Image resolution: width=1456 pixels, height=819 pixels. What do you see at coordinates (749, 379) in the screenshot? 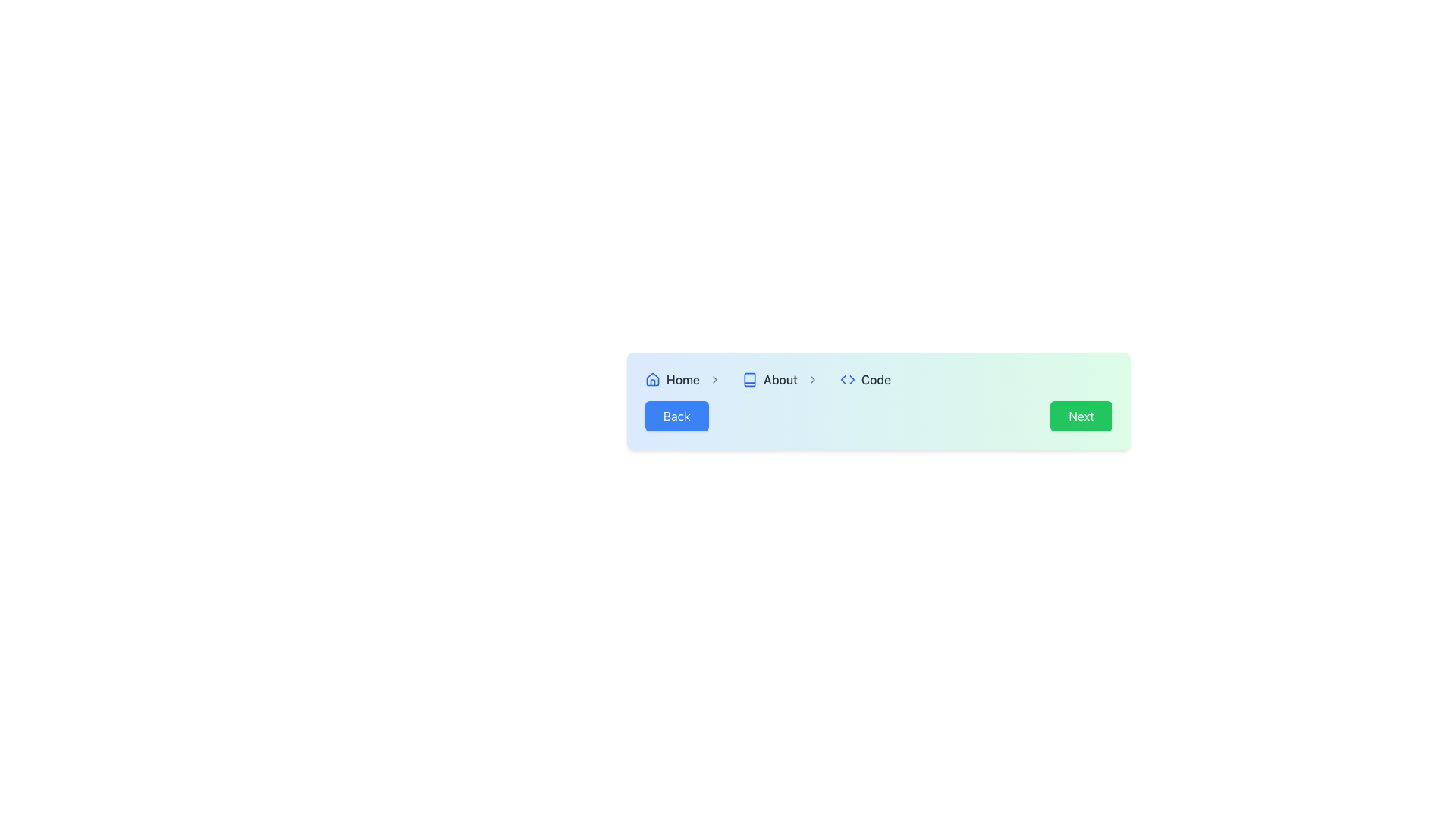
I see `the 'About' icon in the breadcrumb navigation bar, which is located to the left of the text 'About'` at bounding box center [749, 379].